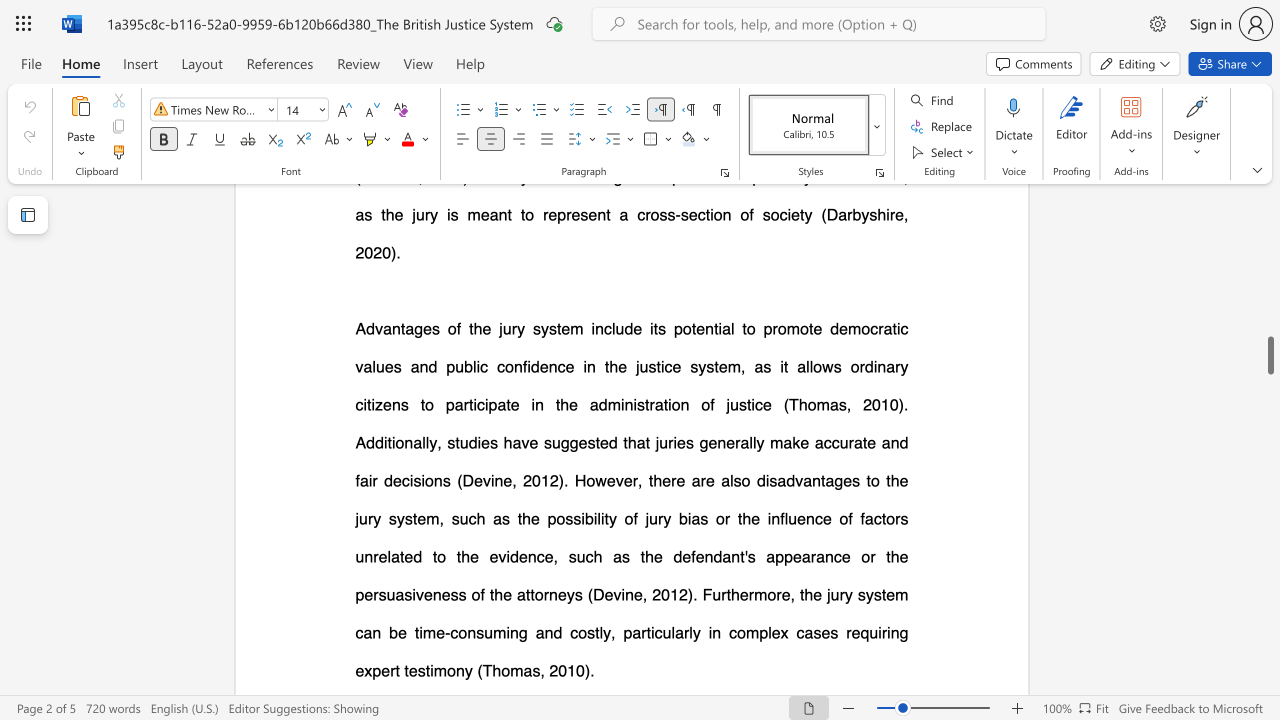  Describe the element at coordinates (1269, 290) in the screenshot. I see `the scrollbar to move the content higher` at that location.